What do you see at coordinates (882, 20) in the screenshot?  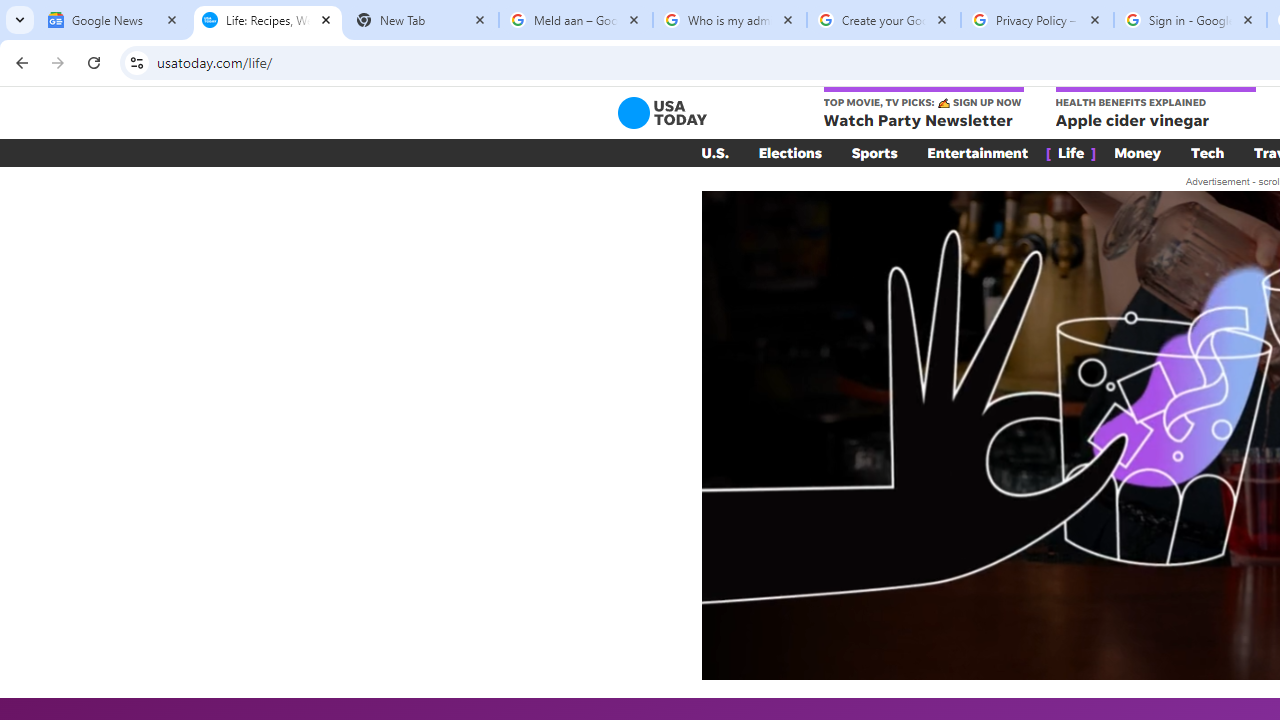 I see `'Create your Google Account'` at bounding box center [882, 20].